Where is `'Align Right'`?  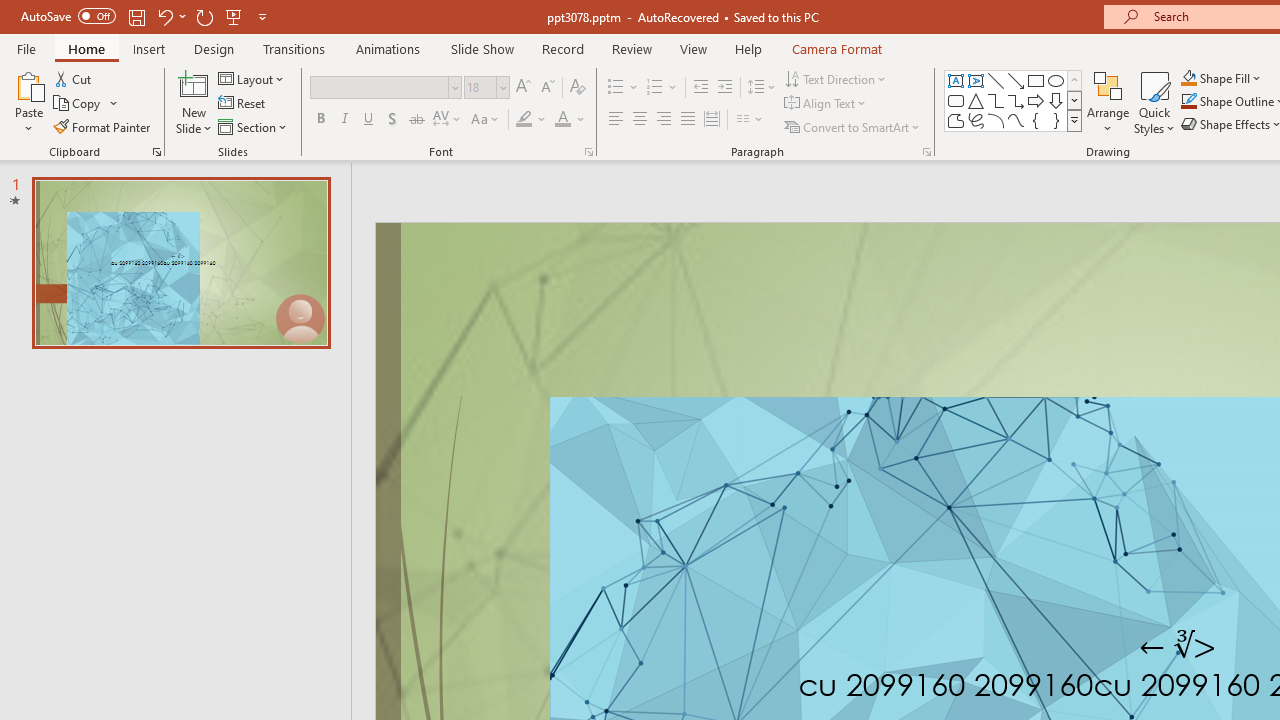 'Align Right' is located at coordinates (663, 119).